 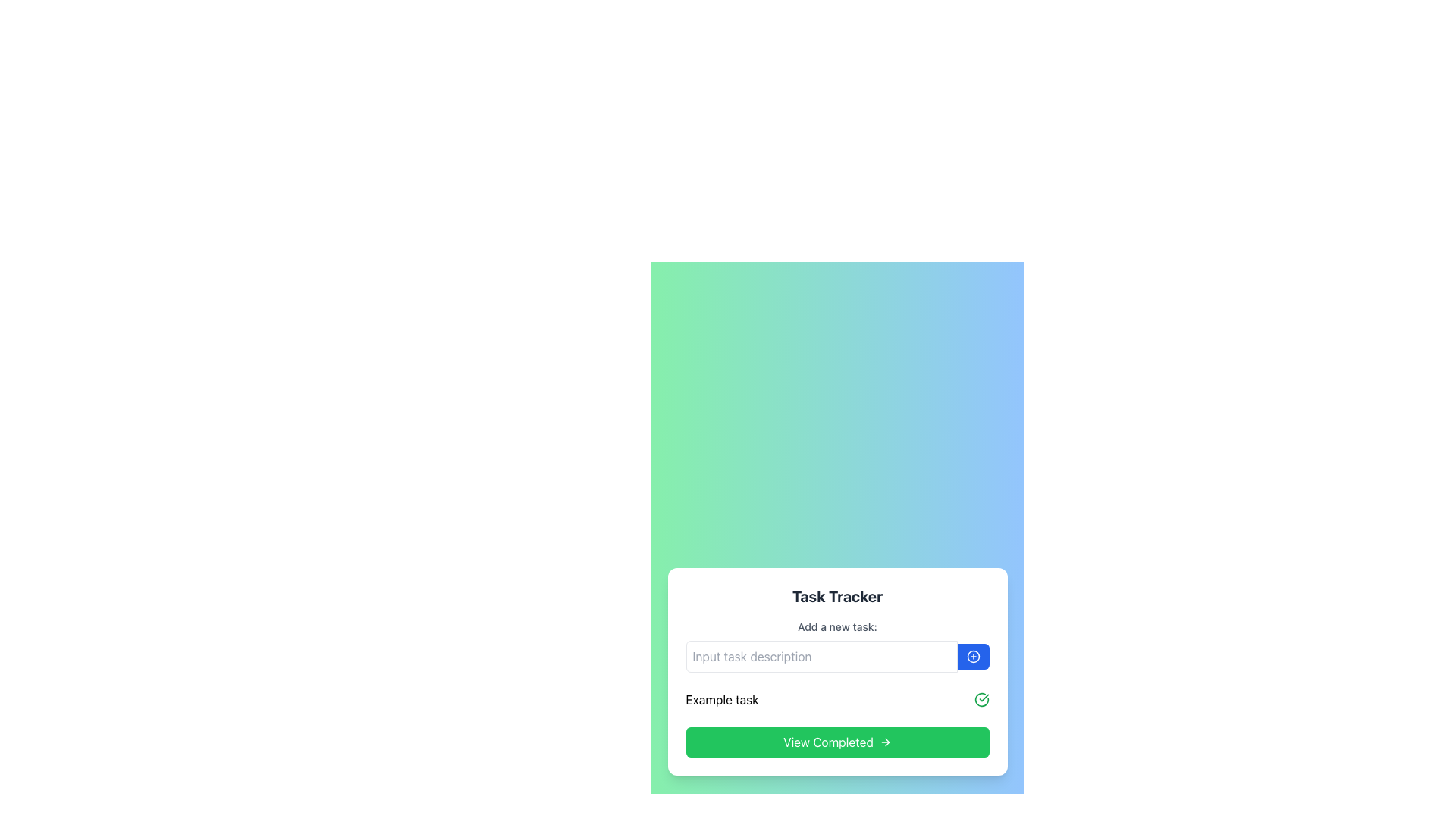 I want to click on the status of the completion icon located on the far right side of the horizontal group containing the task label 'Example task', so click(x=981, y=699).